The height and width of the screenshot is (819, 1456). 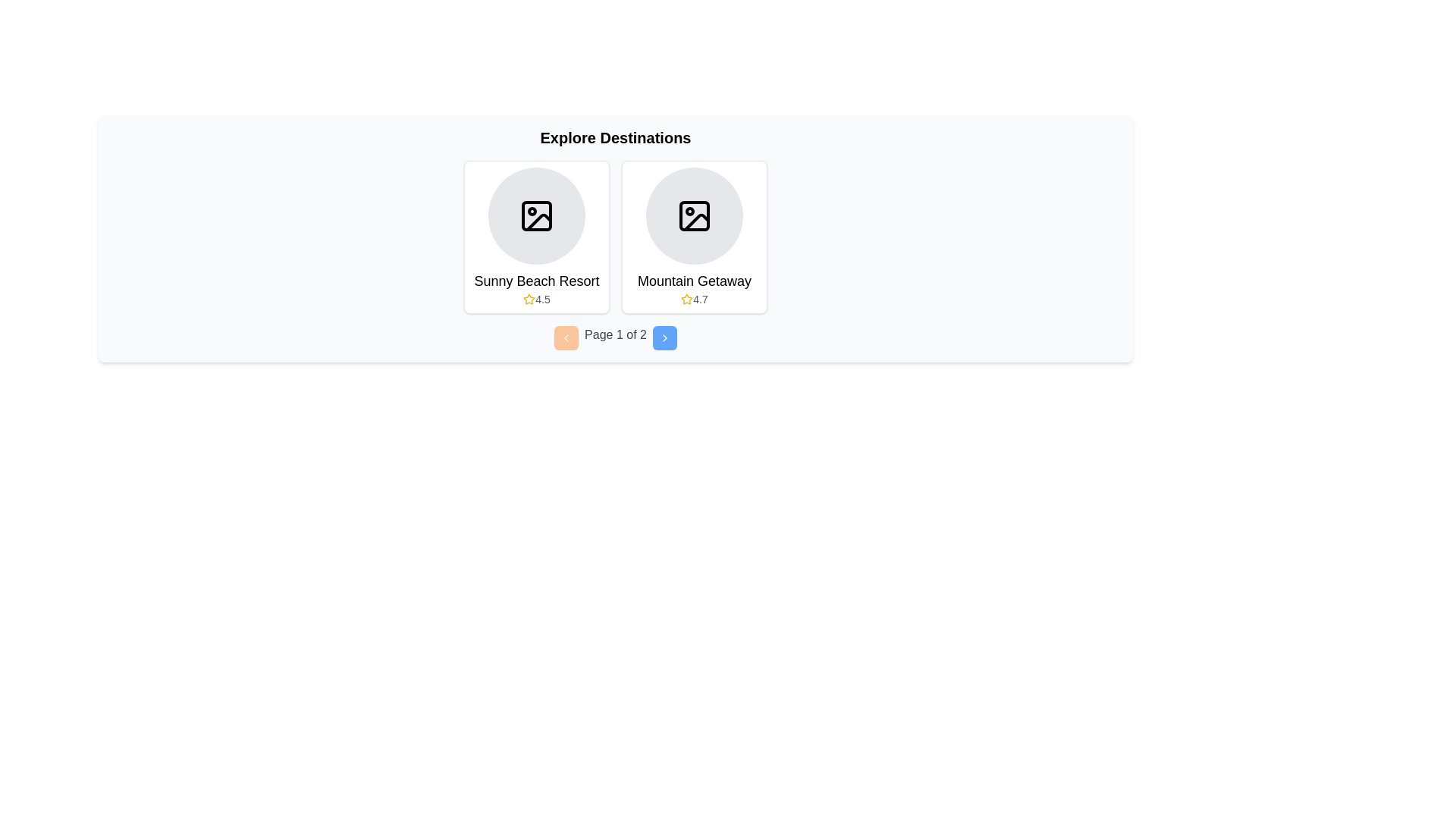 What do you see at coordinates (694, 237) in the screenshot?
I see `on the card displaying the overview of a destination, located second from the left in the list` at bounding box center [694, 237].